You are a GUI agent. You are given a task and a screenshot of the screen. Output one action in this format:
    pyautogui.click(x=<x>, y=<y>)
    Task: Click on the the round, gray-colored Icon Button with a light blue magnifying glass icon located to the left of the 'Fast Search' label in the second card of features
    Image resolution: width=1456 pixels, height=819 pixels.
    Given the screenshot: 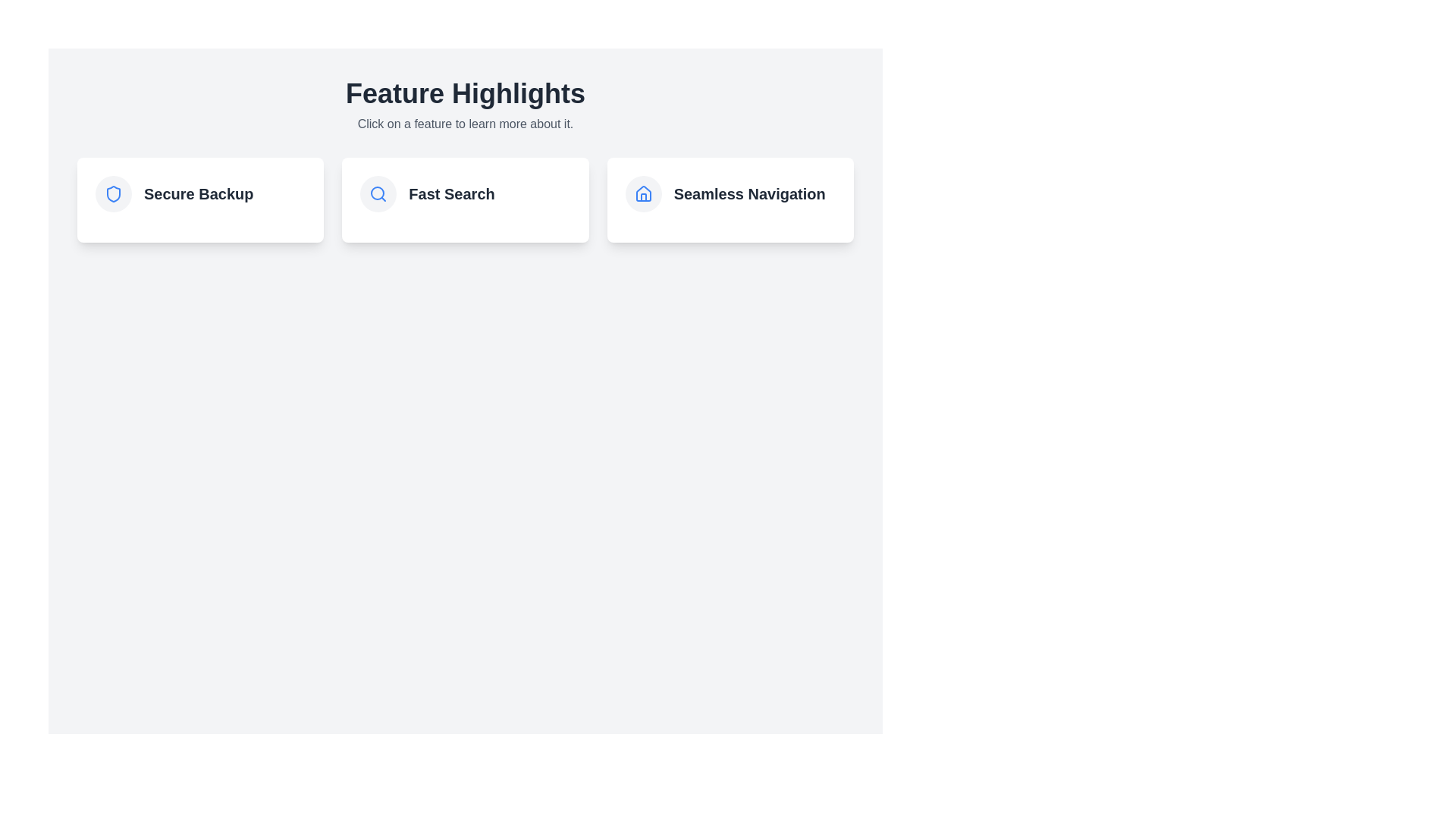 What is the action you would take?
    pyautogui.click(x=378, y=193)
    